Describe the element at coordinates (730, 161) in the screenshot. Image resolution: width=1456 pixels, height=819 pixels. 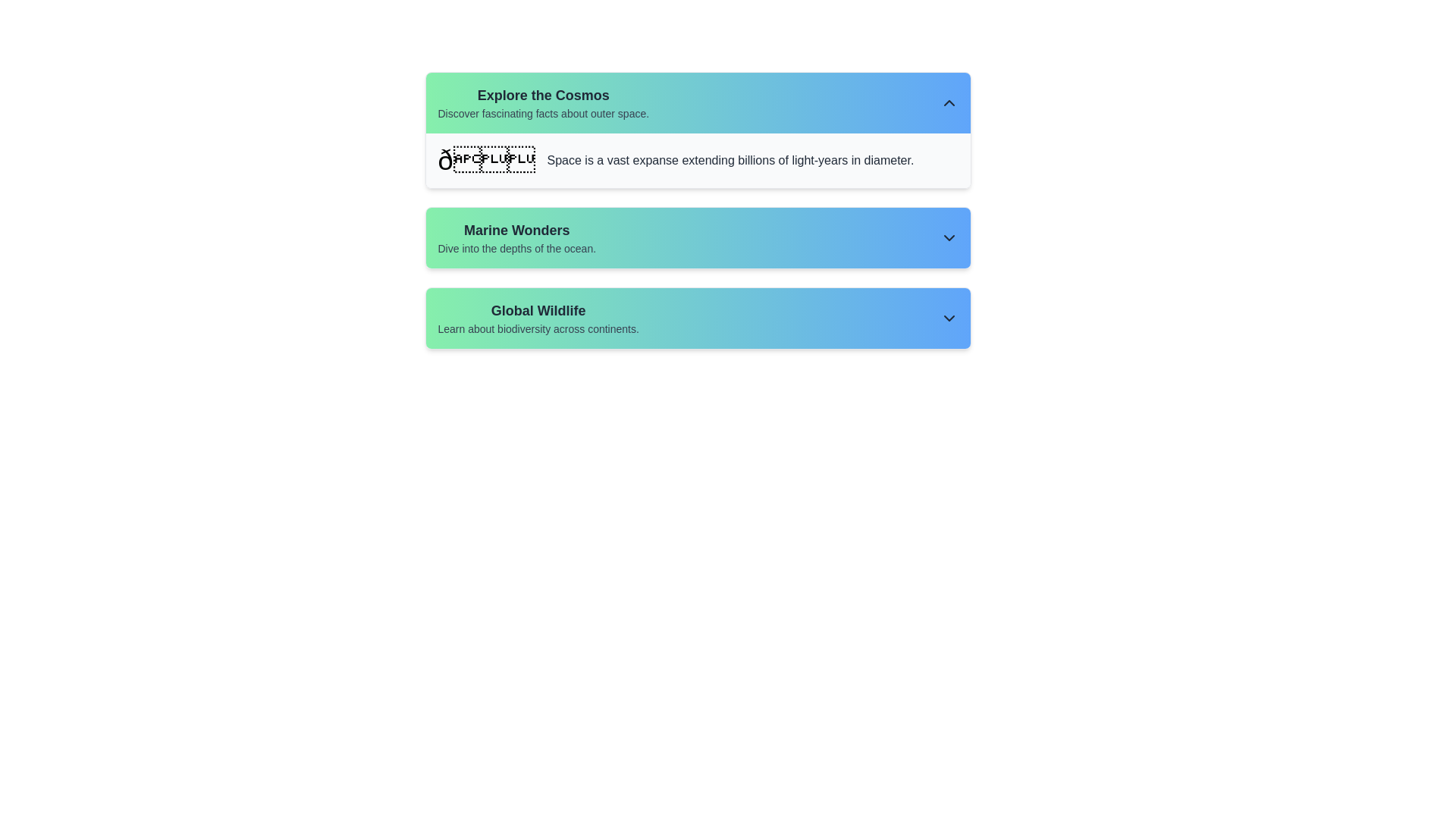
I see `the descriptive text related to space in the 'Explore the Cosmos' section` at that location.